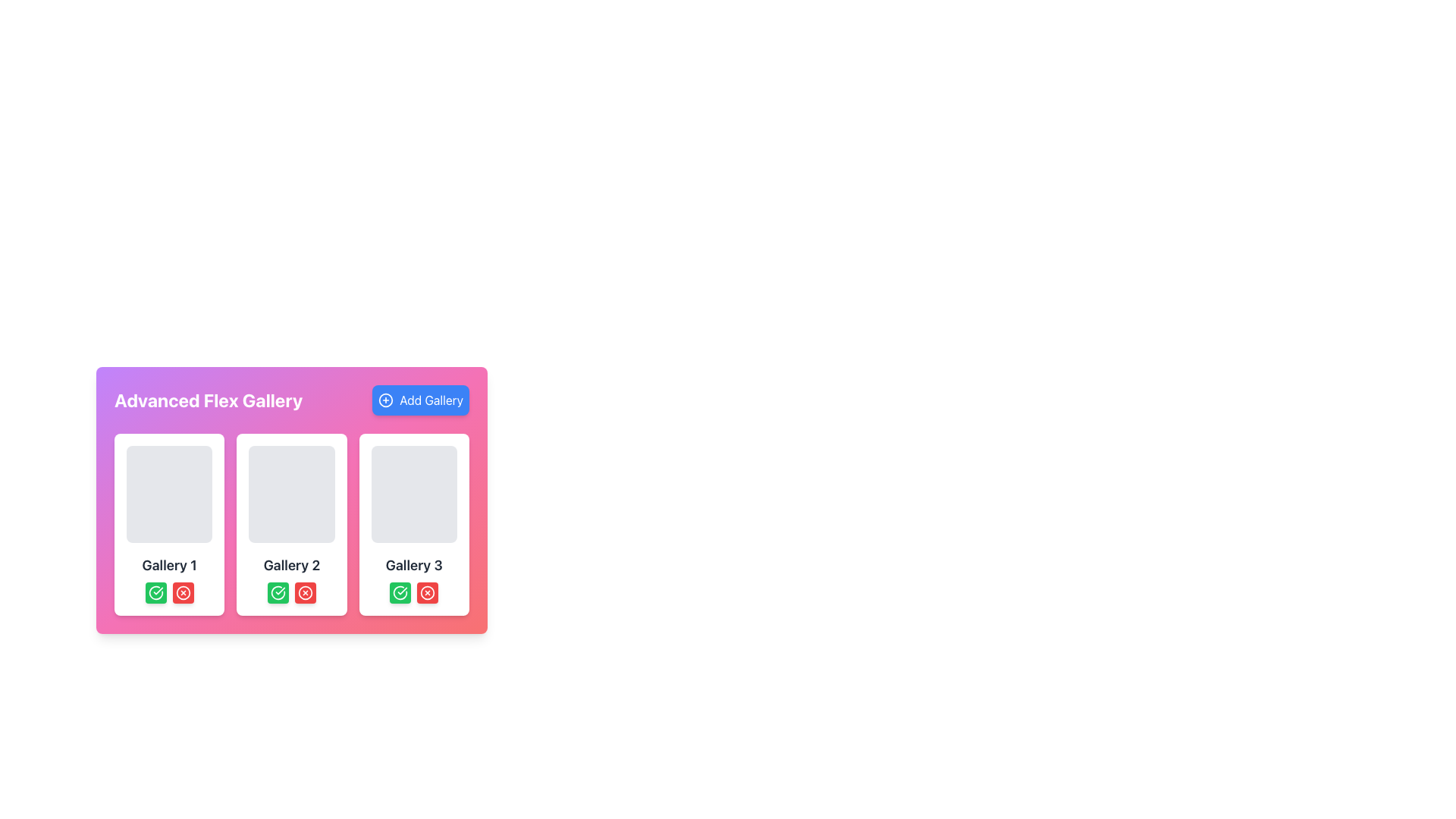 The image size is (1456, 819). Describe the element at coordinates (169, 565) in the screenshot. I see `text label 'Gallery 1', which is styled in bold and larger font, located centrally under the image placeholder of the first gallery card` at that location.